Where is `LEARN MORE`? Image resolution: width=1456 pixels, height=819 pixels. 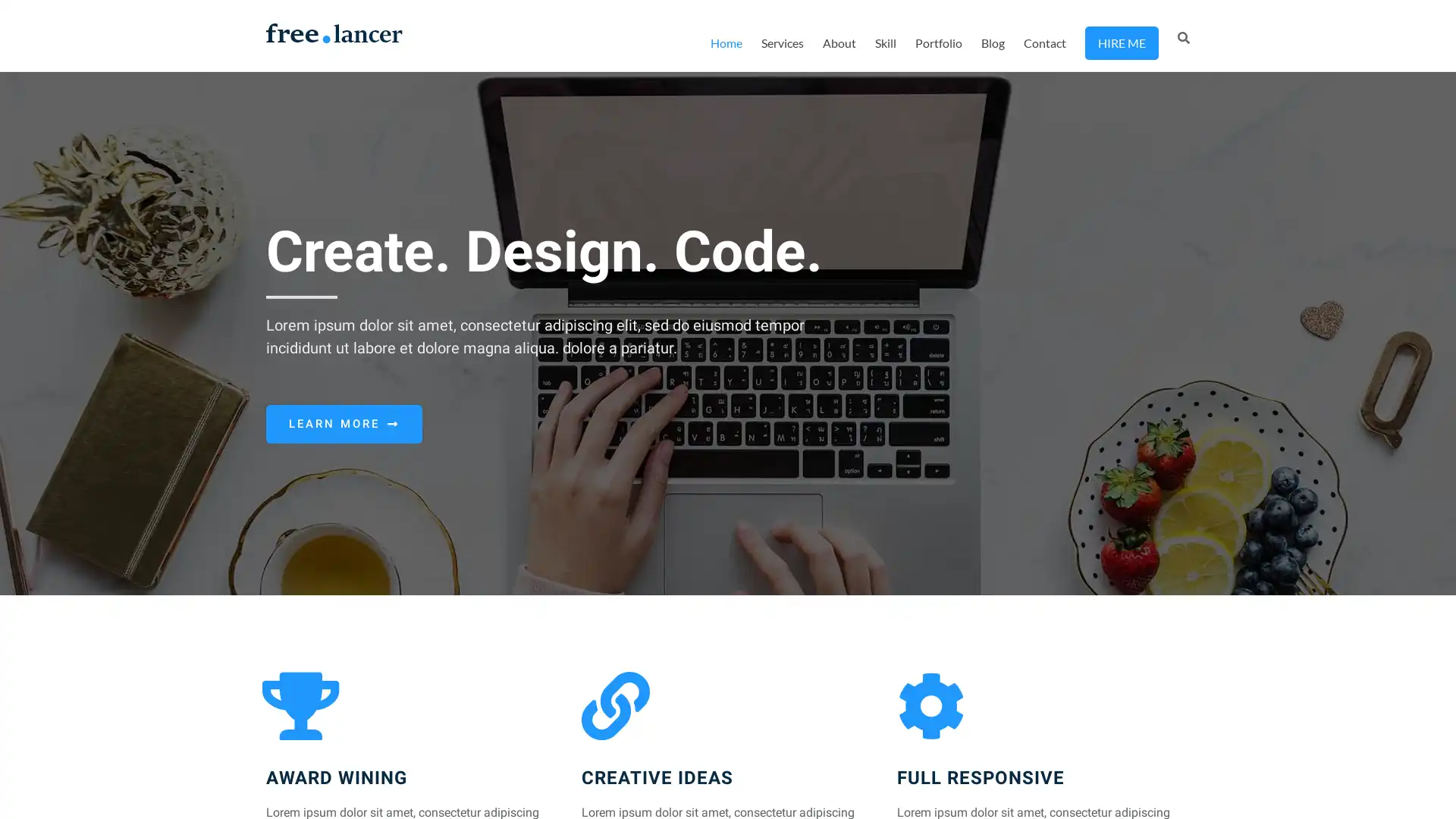
LEARN MORE is located at coordinates (344, 424).